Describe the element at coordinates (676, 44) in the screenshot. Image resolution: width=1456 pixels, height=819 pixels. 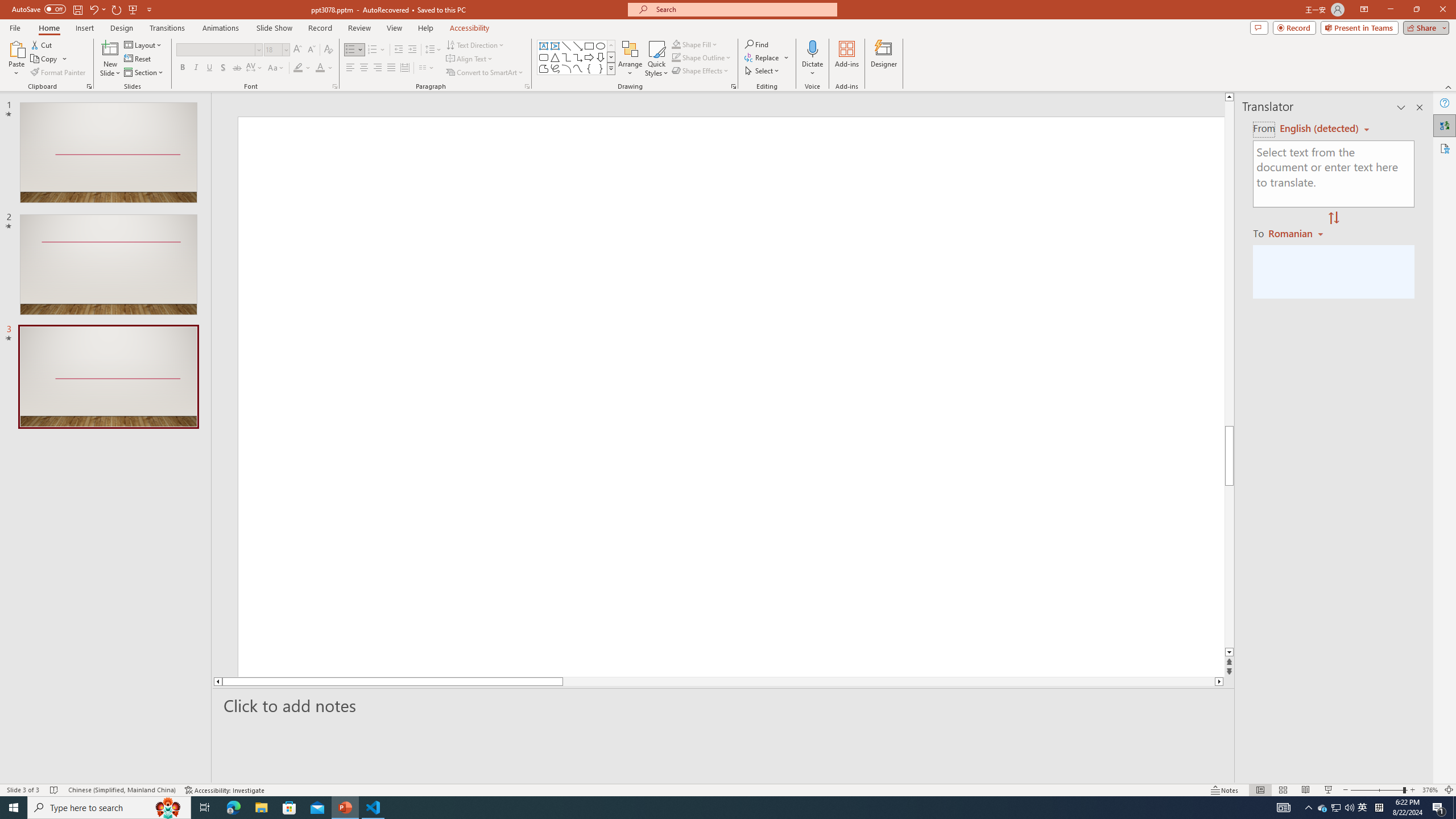
I see `'Shape Fill Dark Green, Accent 2'` at that location.